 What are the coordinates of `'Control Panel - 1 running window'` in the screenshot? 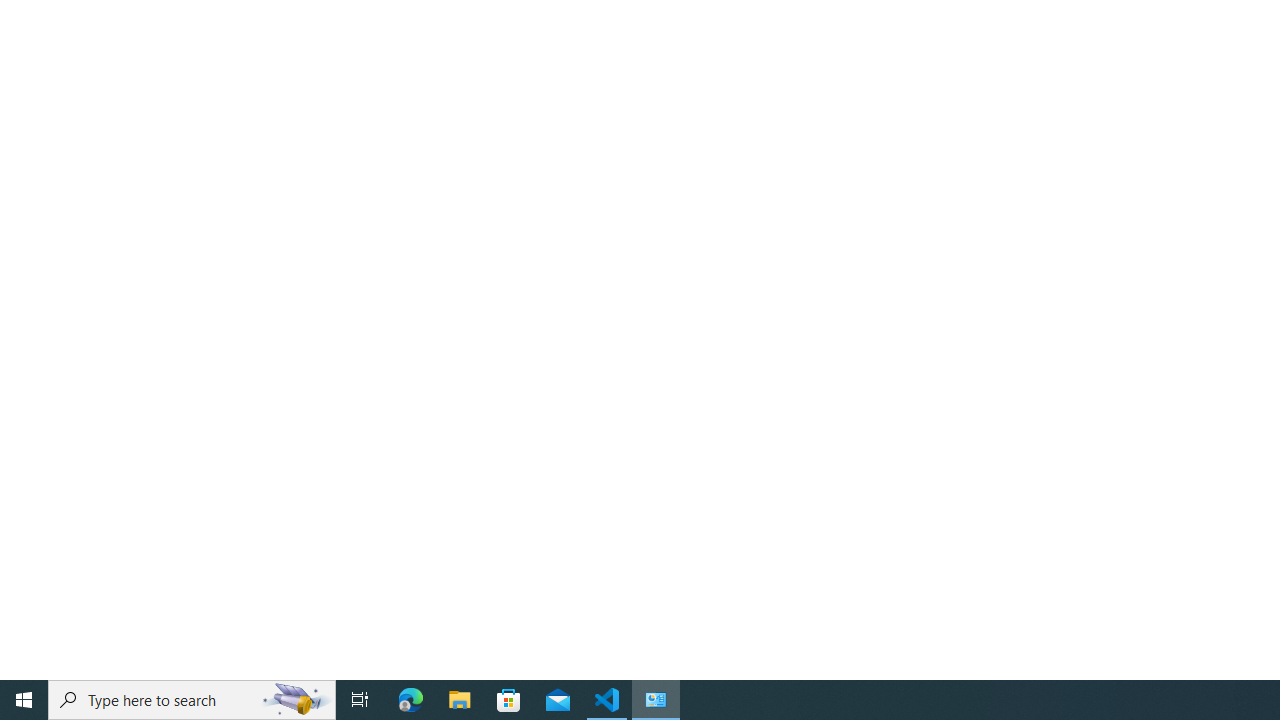 It's located at (656, 698).